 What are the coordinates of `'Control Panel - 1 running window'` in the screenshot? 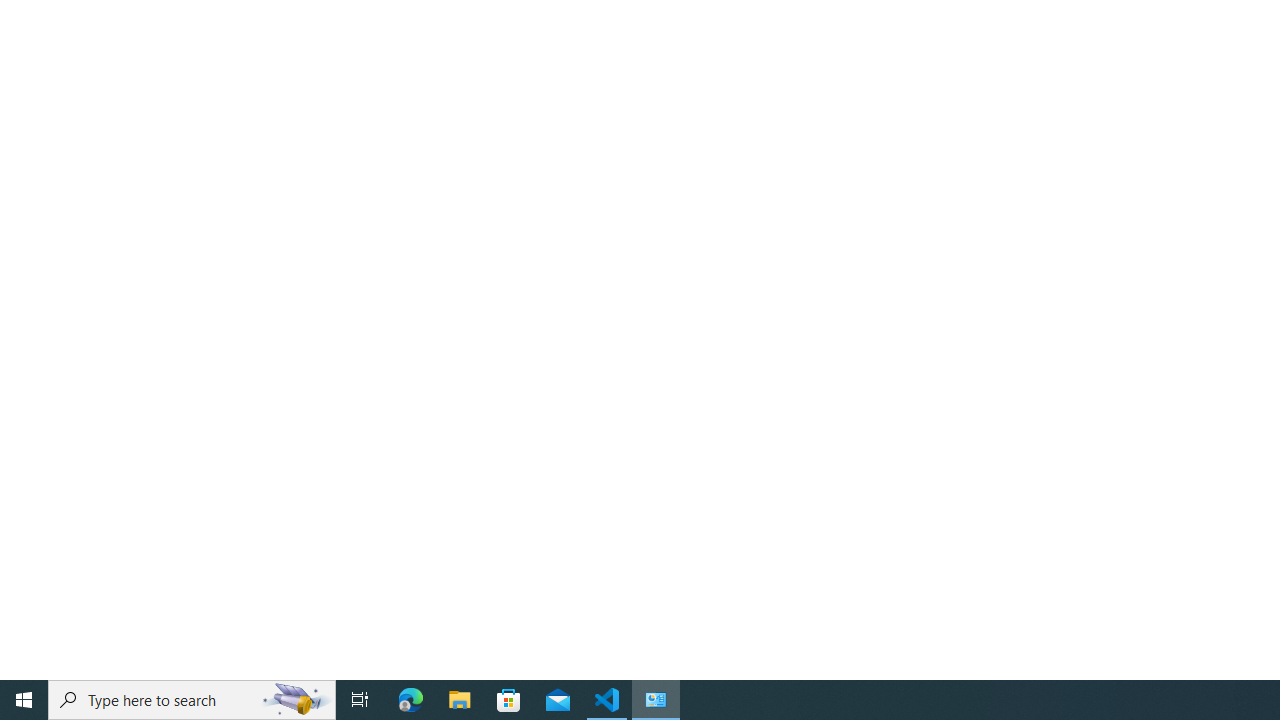 It's located at (656, 698).